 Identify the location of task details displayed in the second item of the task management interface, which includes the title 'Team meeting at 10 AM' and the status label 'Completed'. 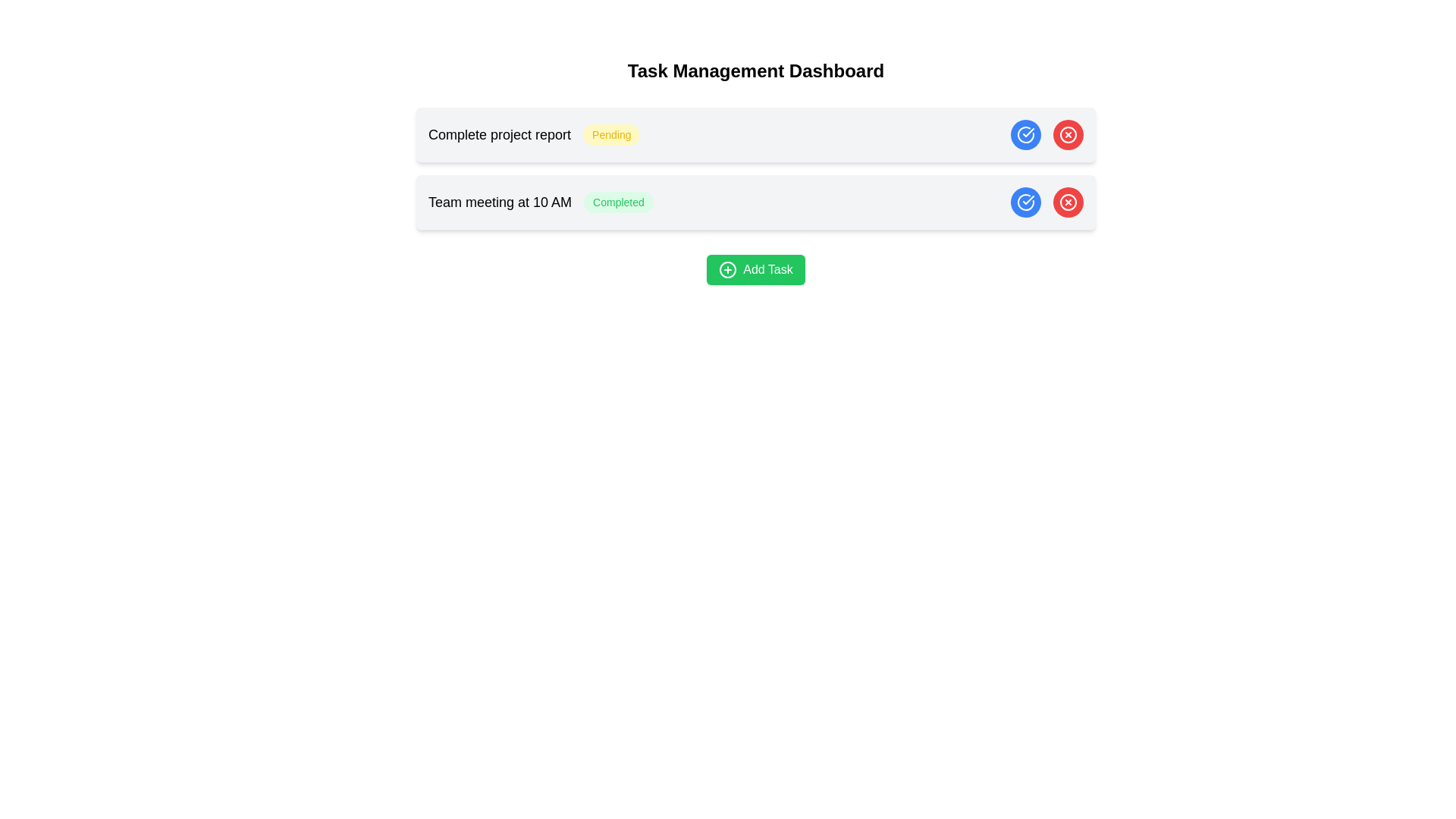
(541, 201).